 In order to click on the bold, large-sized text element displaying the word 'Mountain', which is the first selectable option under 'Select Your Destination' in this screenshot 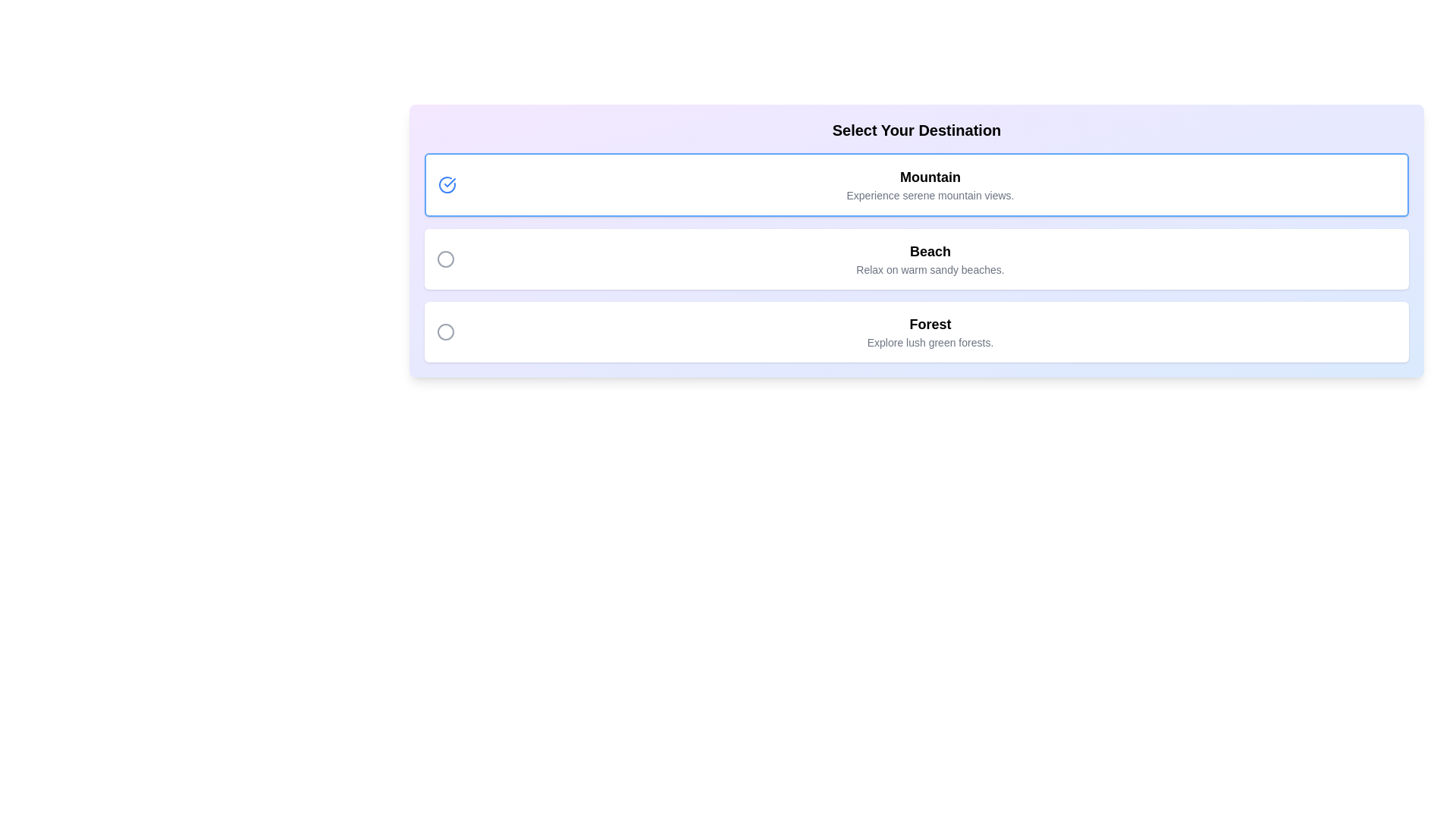, I will do `click(930, 177)`.